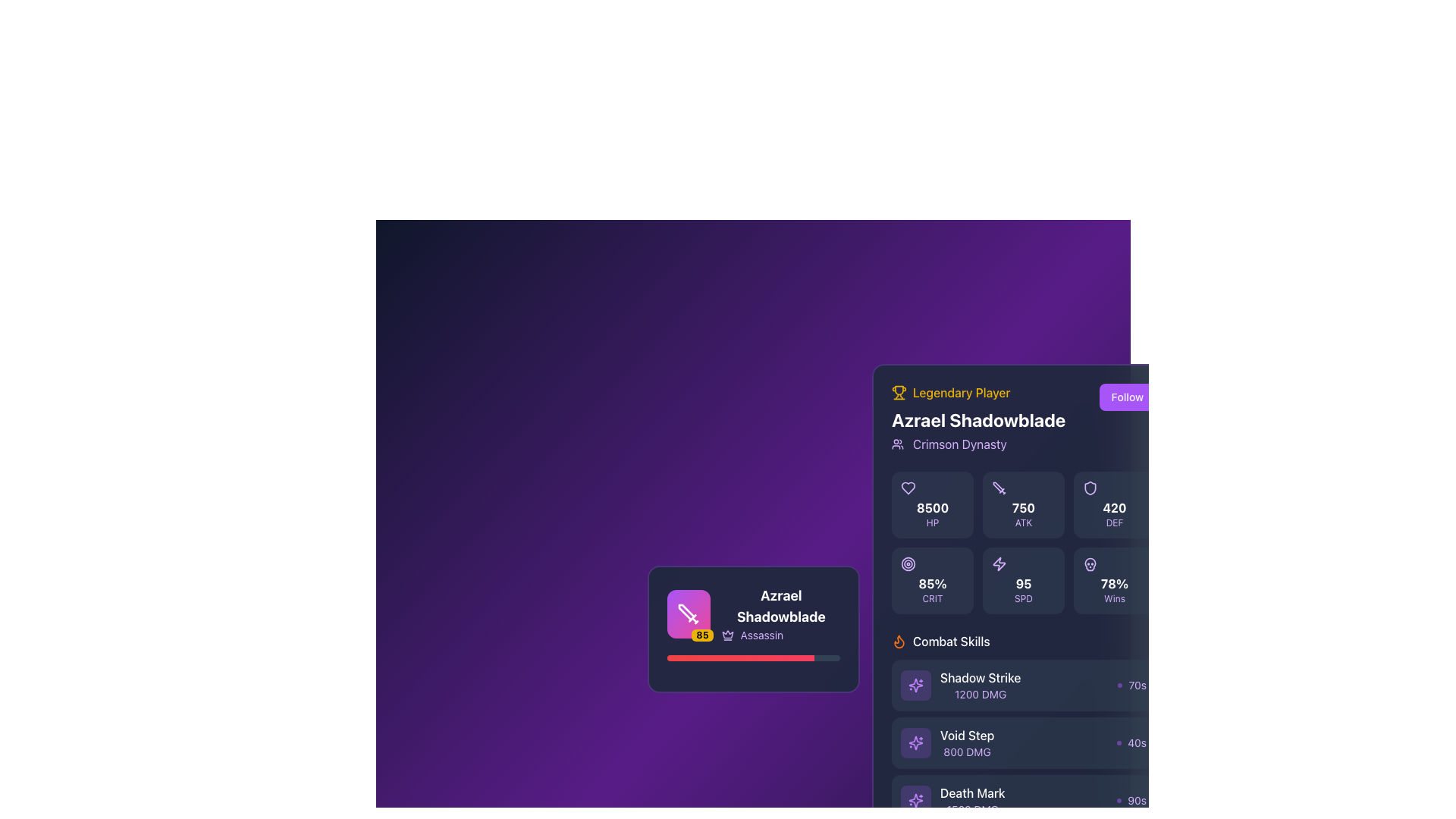  What do you see at coordinates (1023, 685) in the screenshot?
I see `the first Clickable skill information block in the combat skills list` at bounding box center [1023, 685].